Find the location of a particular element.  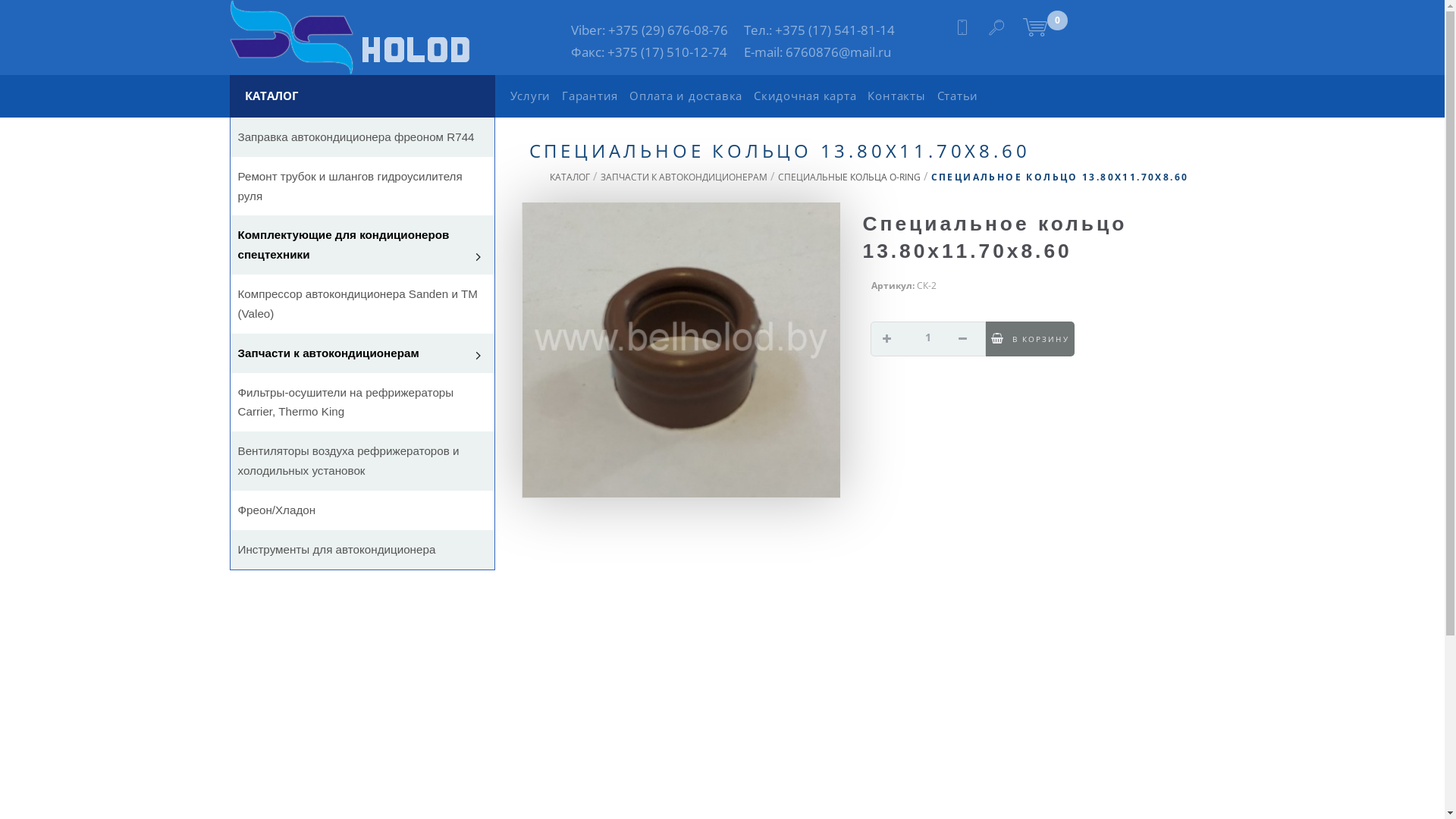

'6760876@mail.ru' is located at coordinates (837, 51).